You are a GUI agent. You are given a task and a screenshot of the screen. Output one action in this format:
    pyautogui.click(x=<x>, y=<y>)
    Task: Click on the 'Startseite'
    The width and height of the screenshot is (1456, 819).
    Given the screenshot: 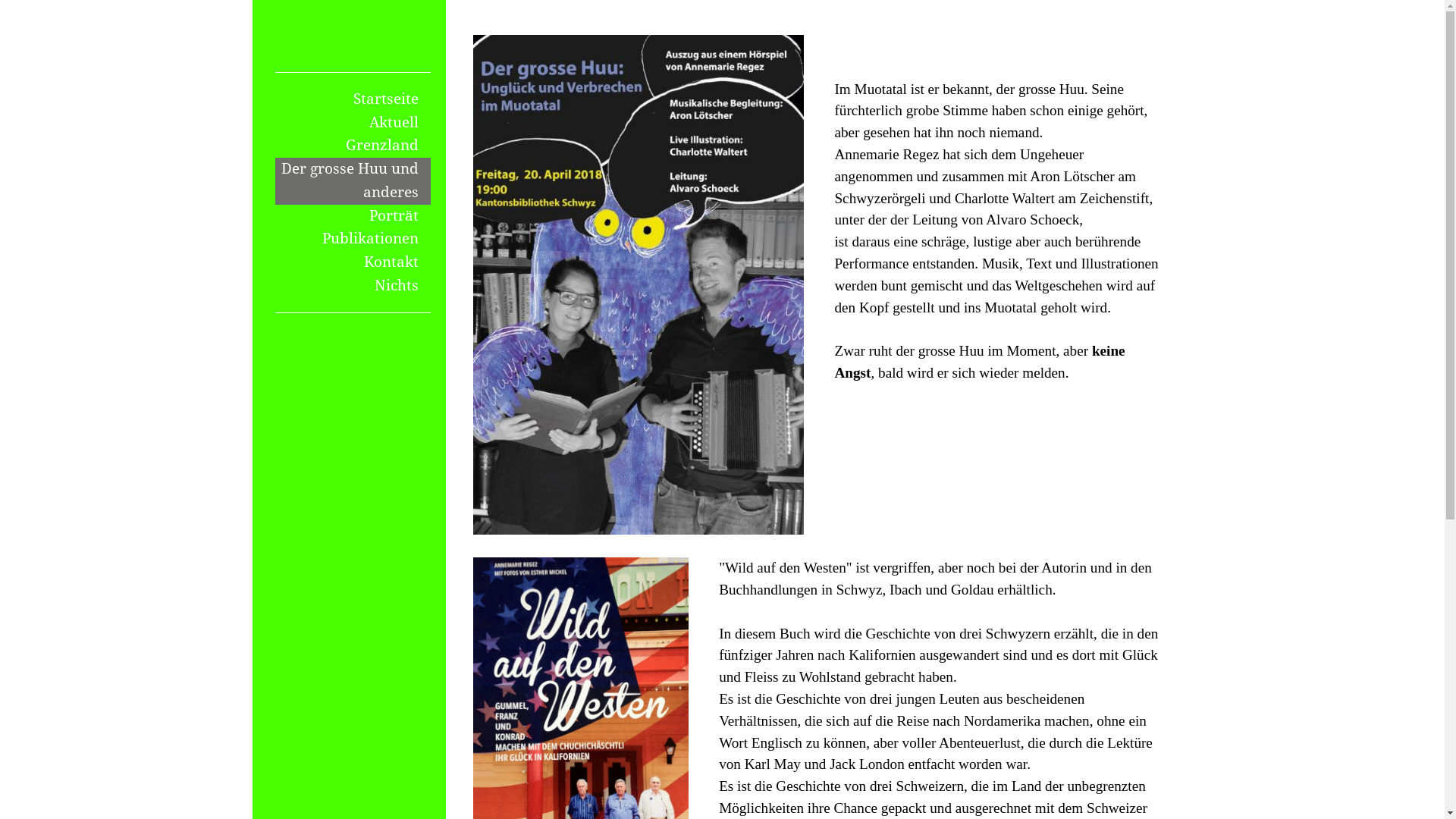 What is the action you would take?
    pyautogui.click(x=352, y=99)
    